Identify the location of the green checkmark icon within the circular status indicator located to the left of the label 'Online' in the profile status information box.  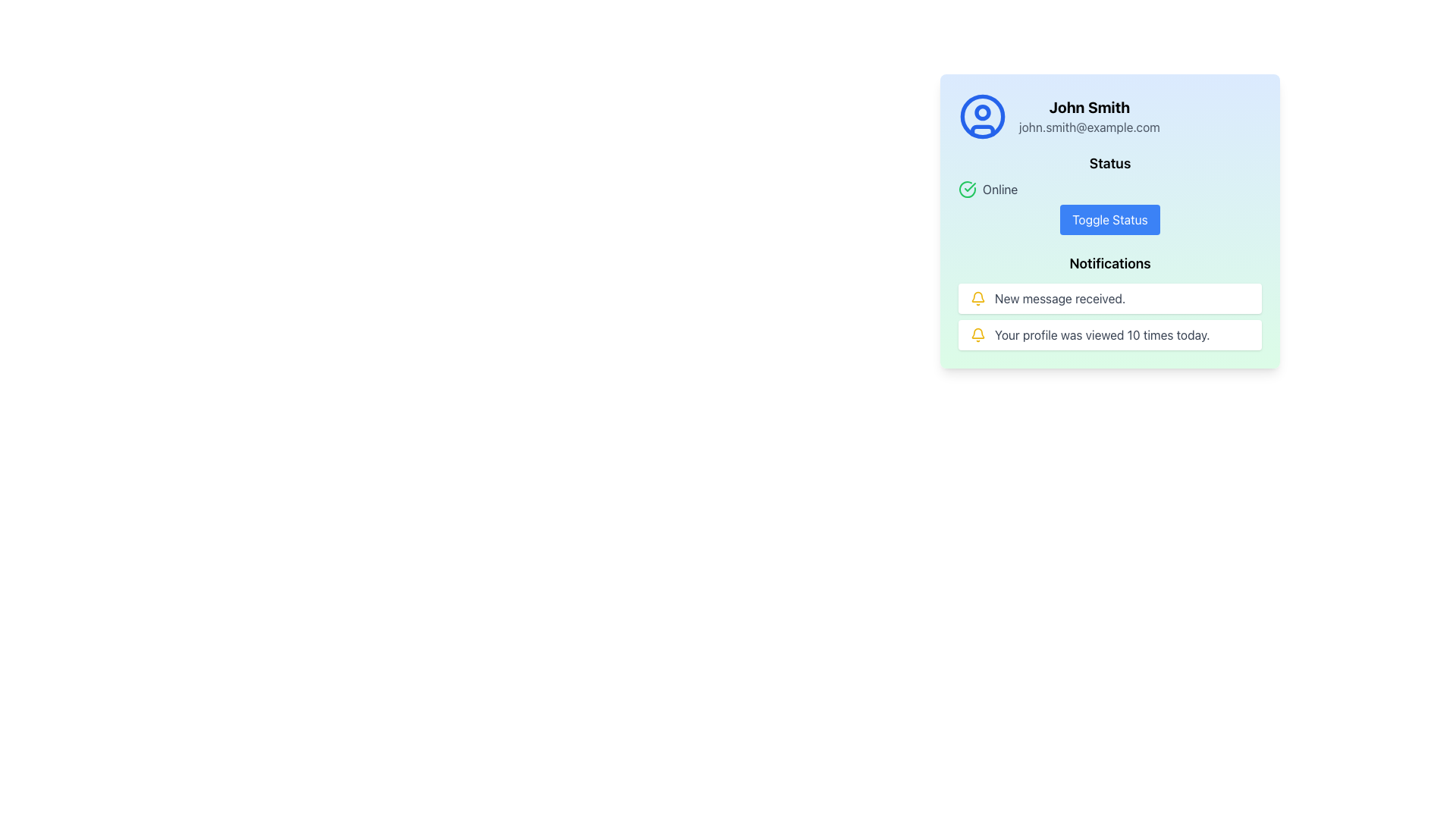
(969, 186).